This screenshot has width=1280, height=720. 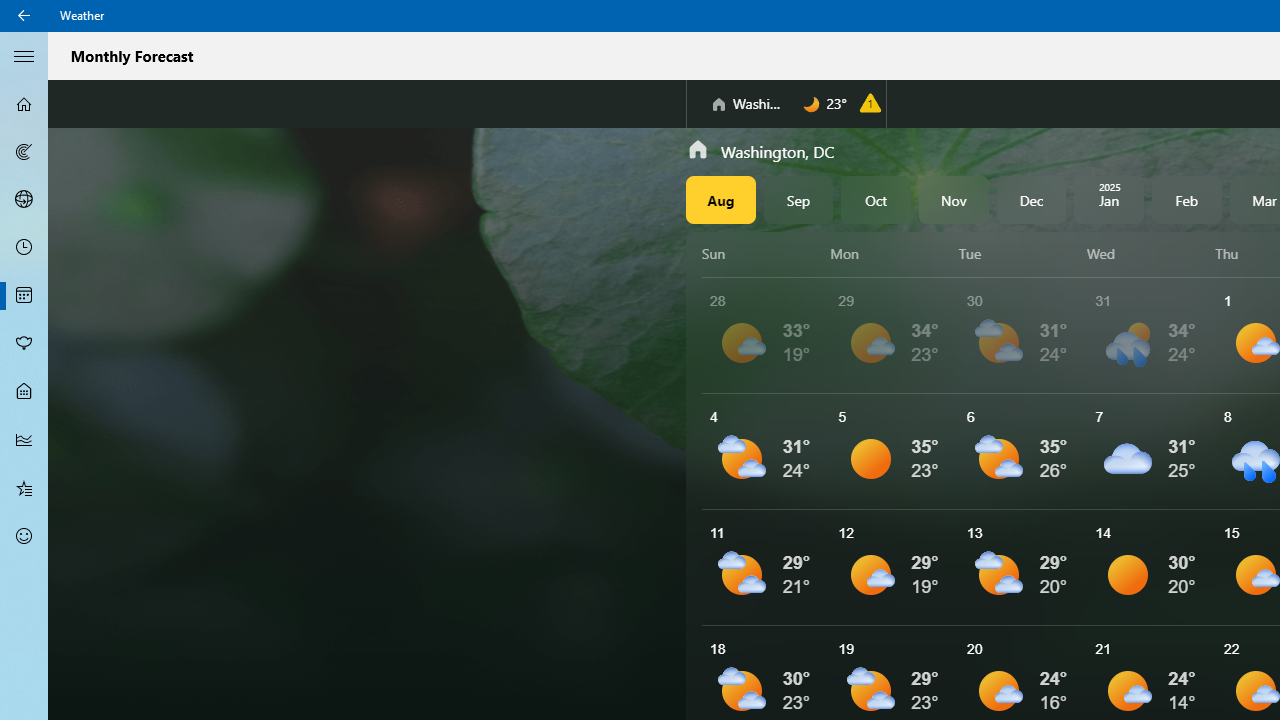 What do you see at coordinates (24, 438) in the screenshot?
I see `'Historical Weather - Not Selected'` at bounding box center [24, 438].